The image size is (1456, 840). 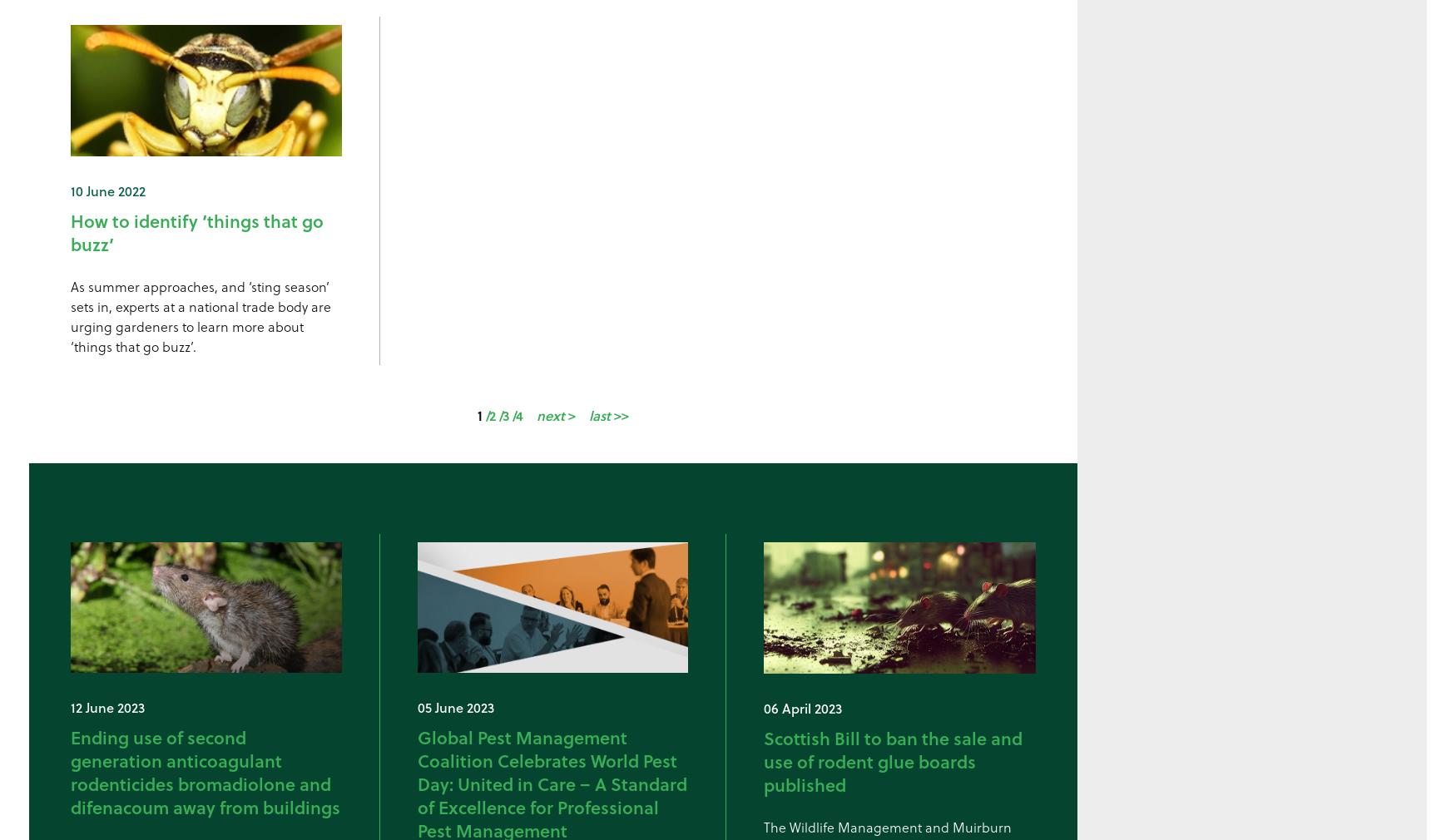 What do you see at coordinates (622, 414) in the screenshot?
I see `'>>'` at bounding box center [622, 414].